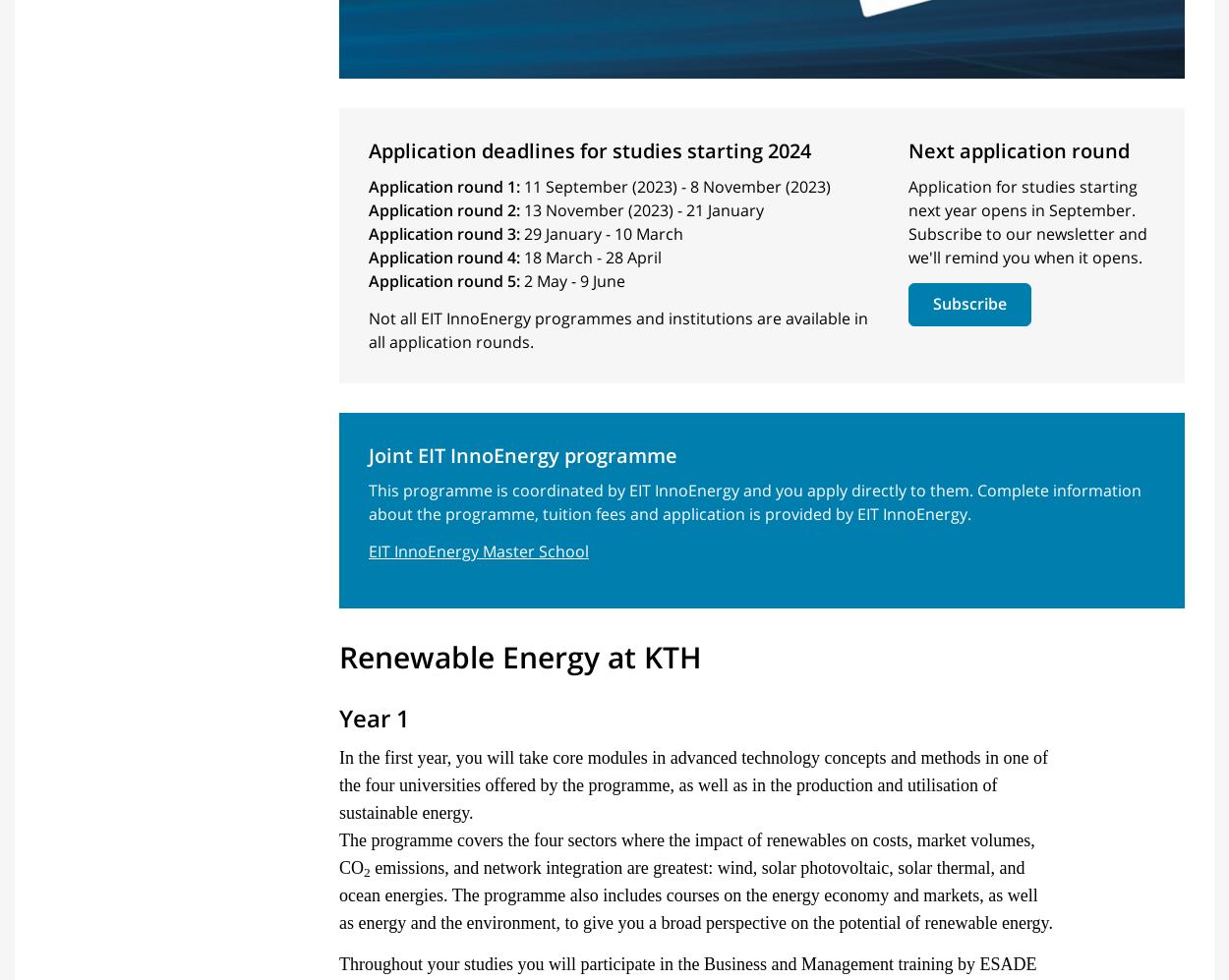 The image size is (1229, 980). Describe the element at coordinates (980, 808) in the screenshot. I see `'KTH on Facebook'` at that location.